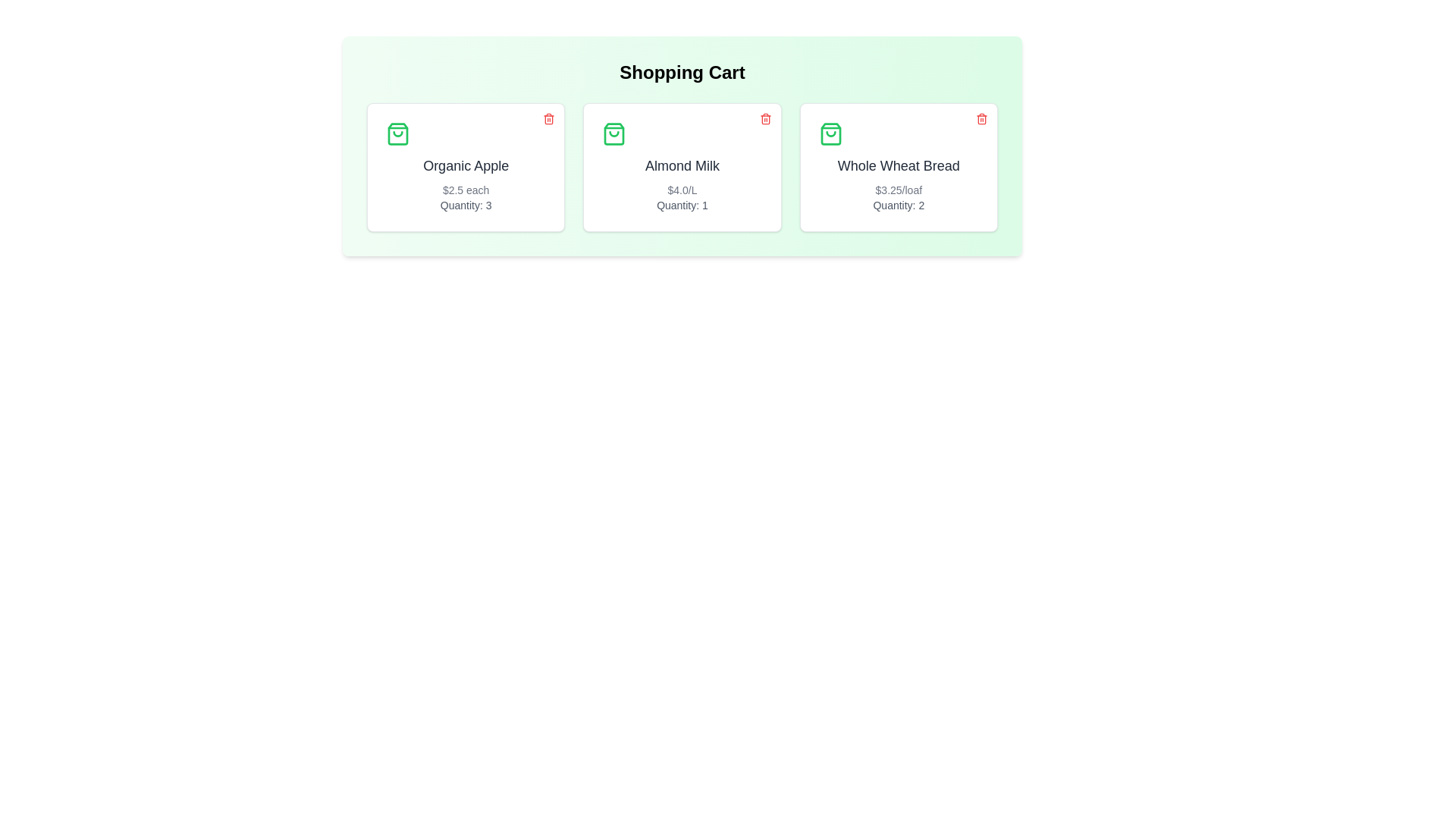 The width and height of the screenshot is (1456, 819). I want to click on the trash icon of the item named Whole Wheat Bread to remove it from the cart, so click(982, 118).